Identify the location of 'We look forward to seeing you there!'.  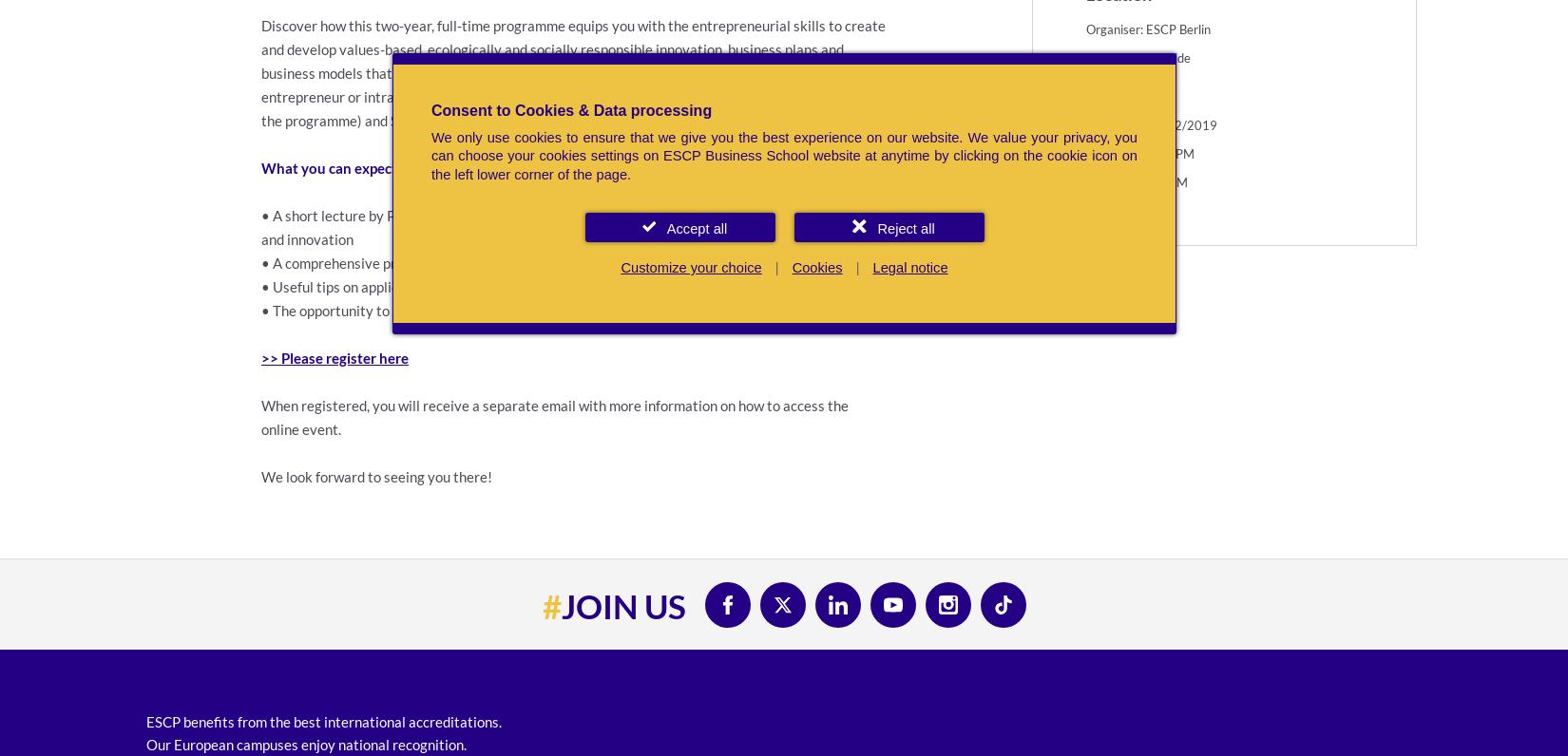
(376, 476).